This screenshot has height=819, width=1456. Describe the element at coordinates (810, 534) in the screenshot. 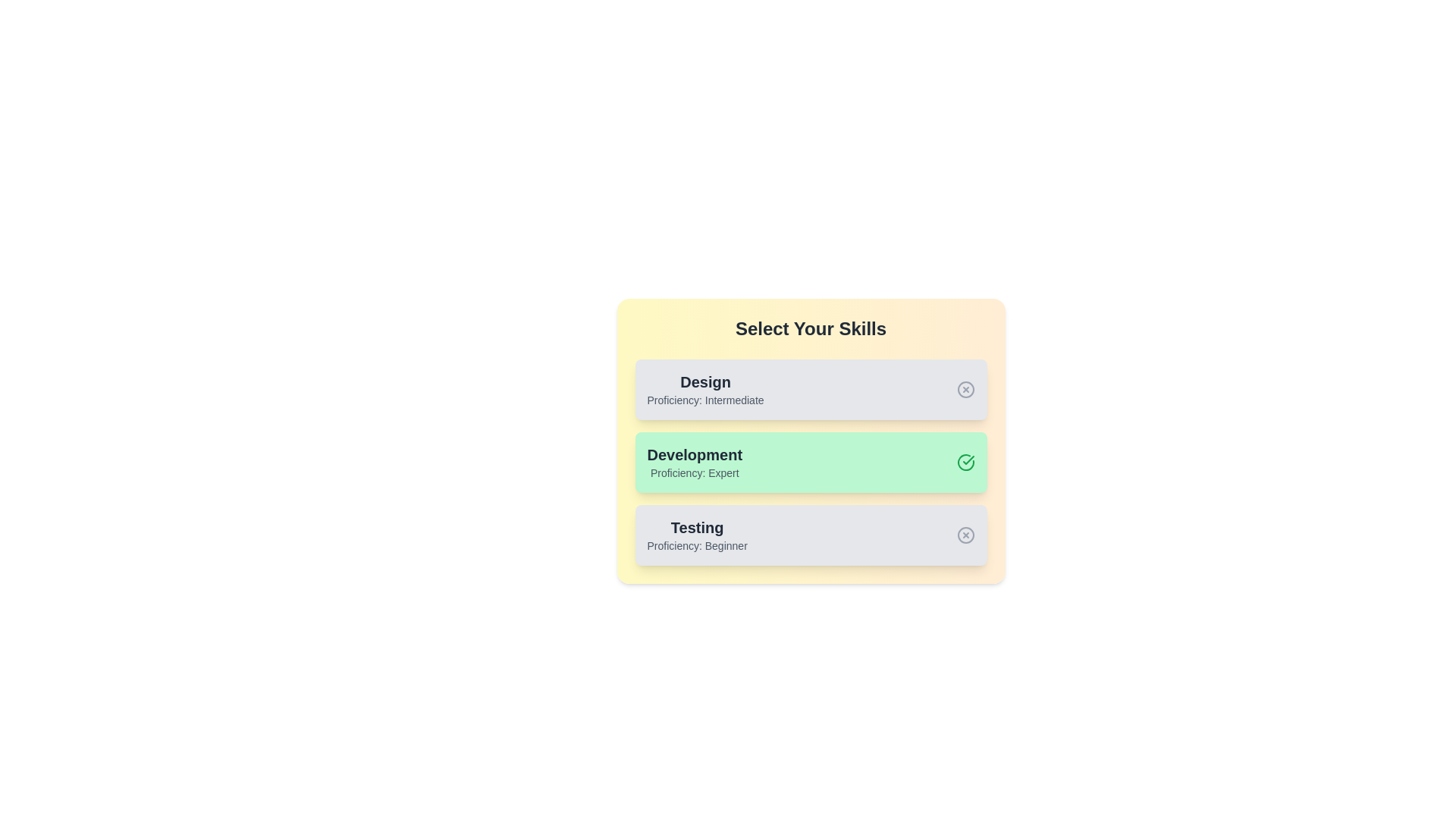

I see `the skill card for Testing` at that location.